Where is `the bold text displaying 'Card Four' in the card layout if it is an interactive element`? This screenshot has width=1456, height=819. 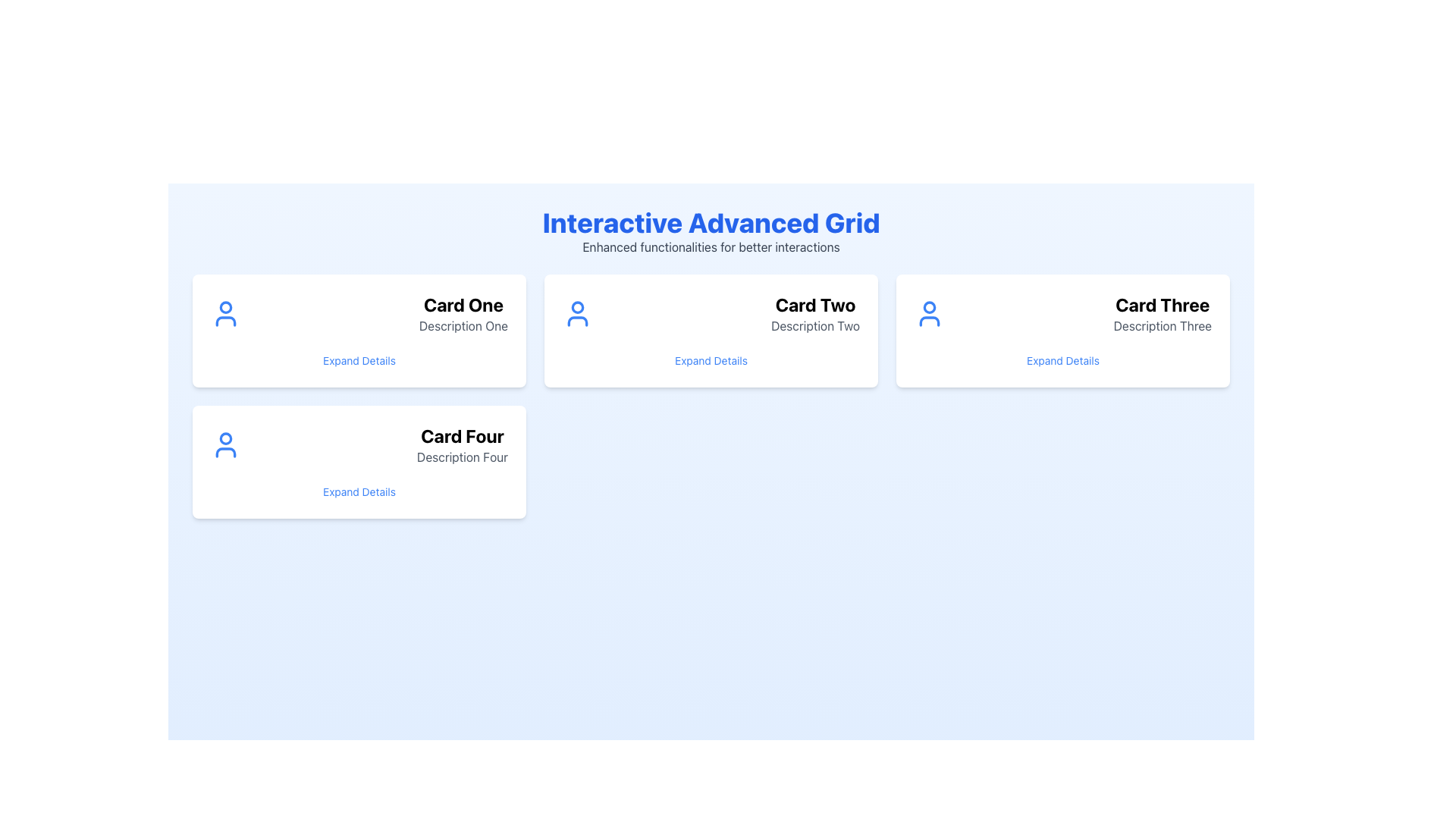
the bold text displaying 'Card Four' in the card layout if it is an interactive element is located at coordinates (461, 435).